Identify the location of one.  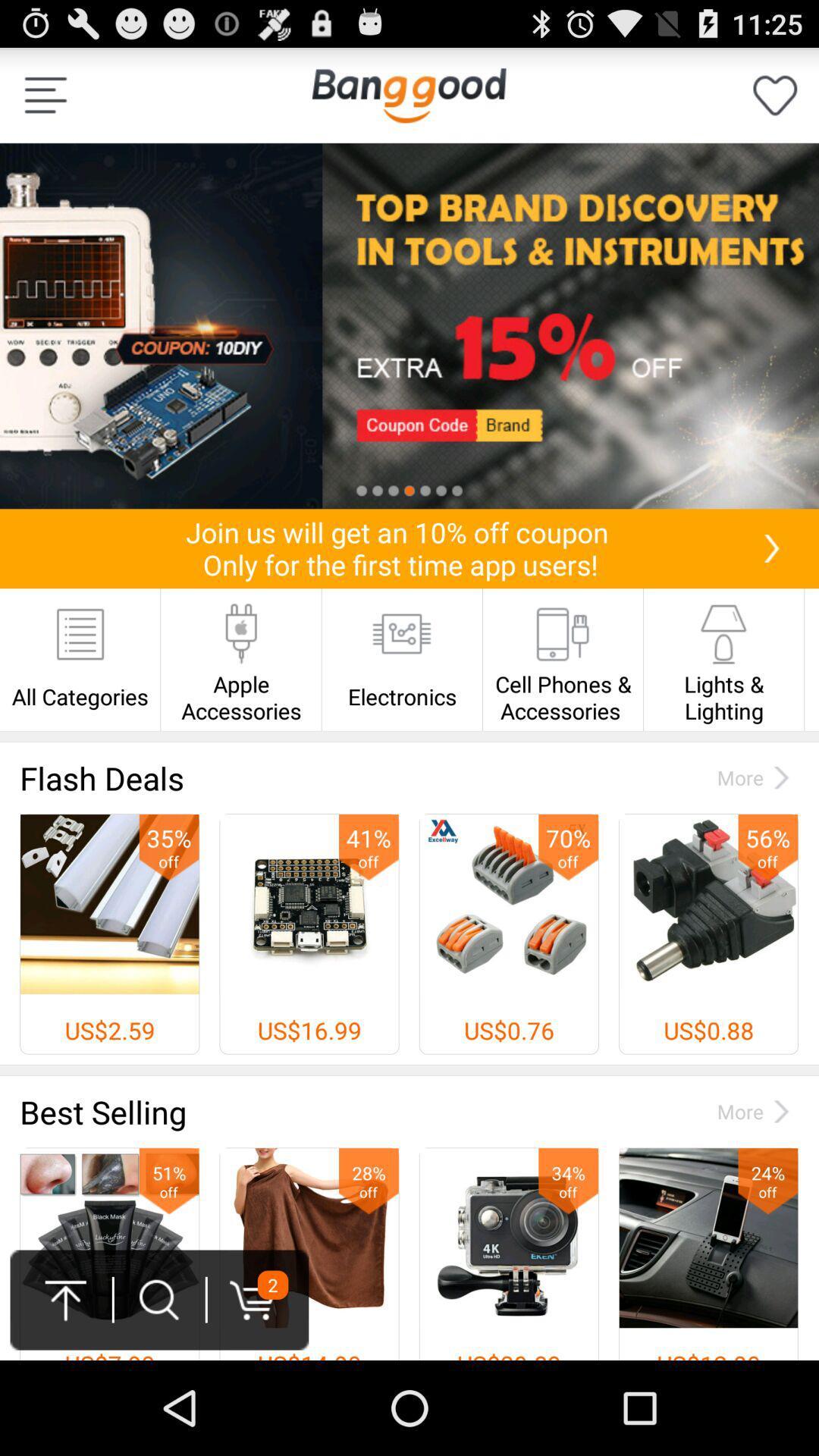
(775, 94).